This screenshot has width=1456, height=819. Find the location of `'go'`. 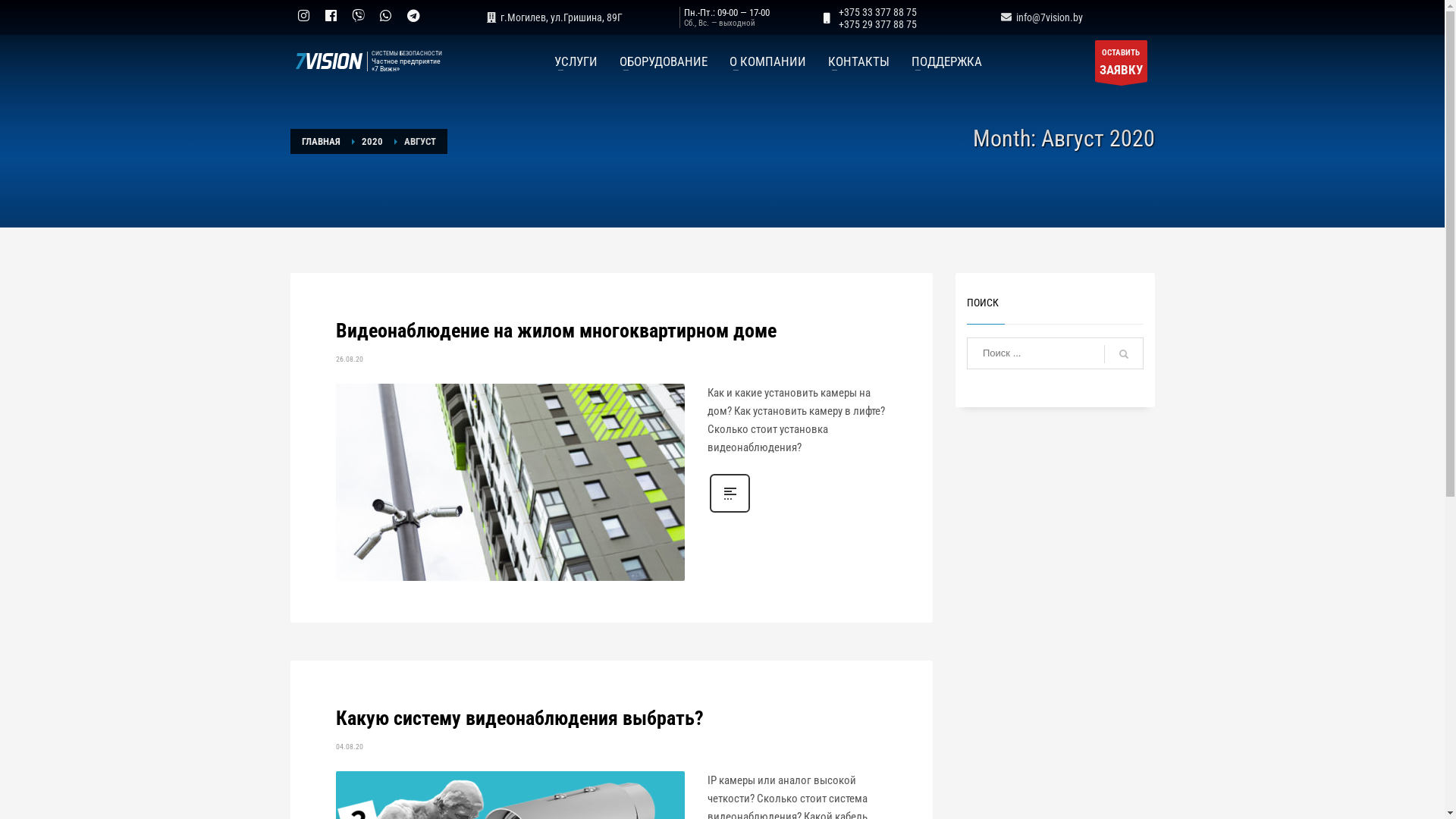

'go' is located at coordinates (1103, 353).